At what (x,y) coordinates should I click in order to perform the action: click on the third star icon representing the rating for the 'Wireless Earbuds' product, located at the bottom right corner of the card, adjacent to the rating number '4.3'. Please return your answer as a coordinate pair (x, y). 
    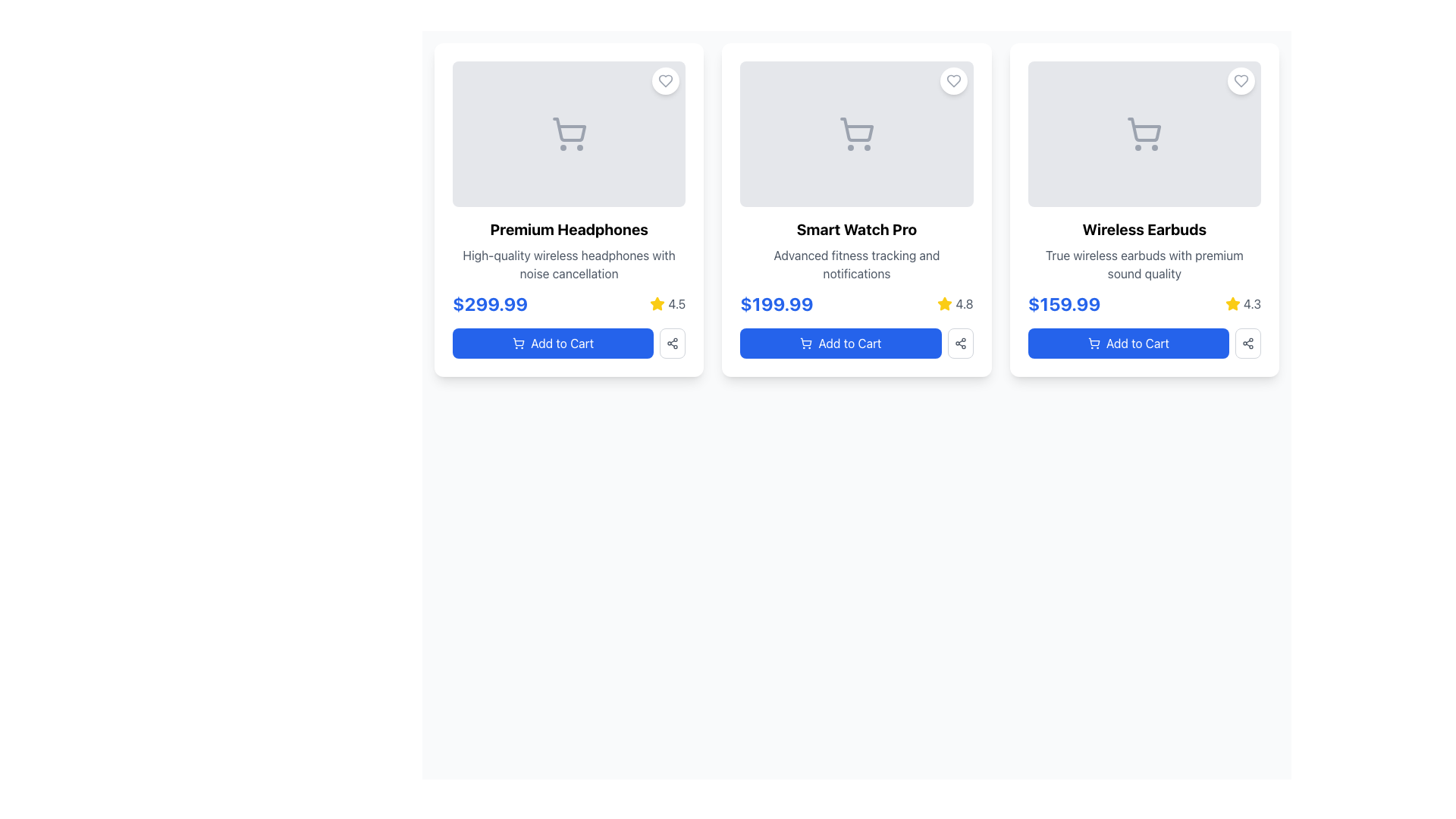
    Looking at the image, I should click on (1232, 303).